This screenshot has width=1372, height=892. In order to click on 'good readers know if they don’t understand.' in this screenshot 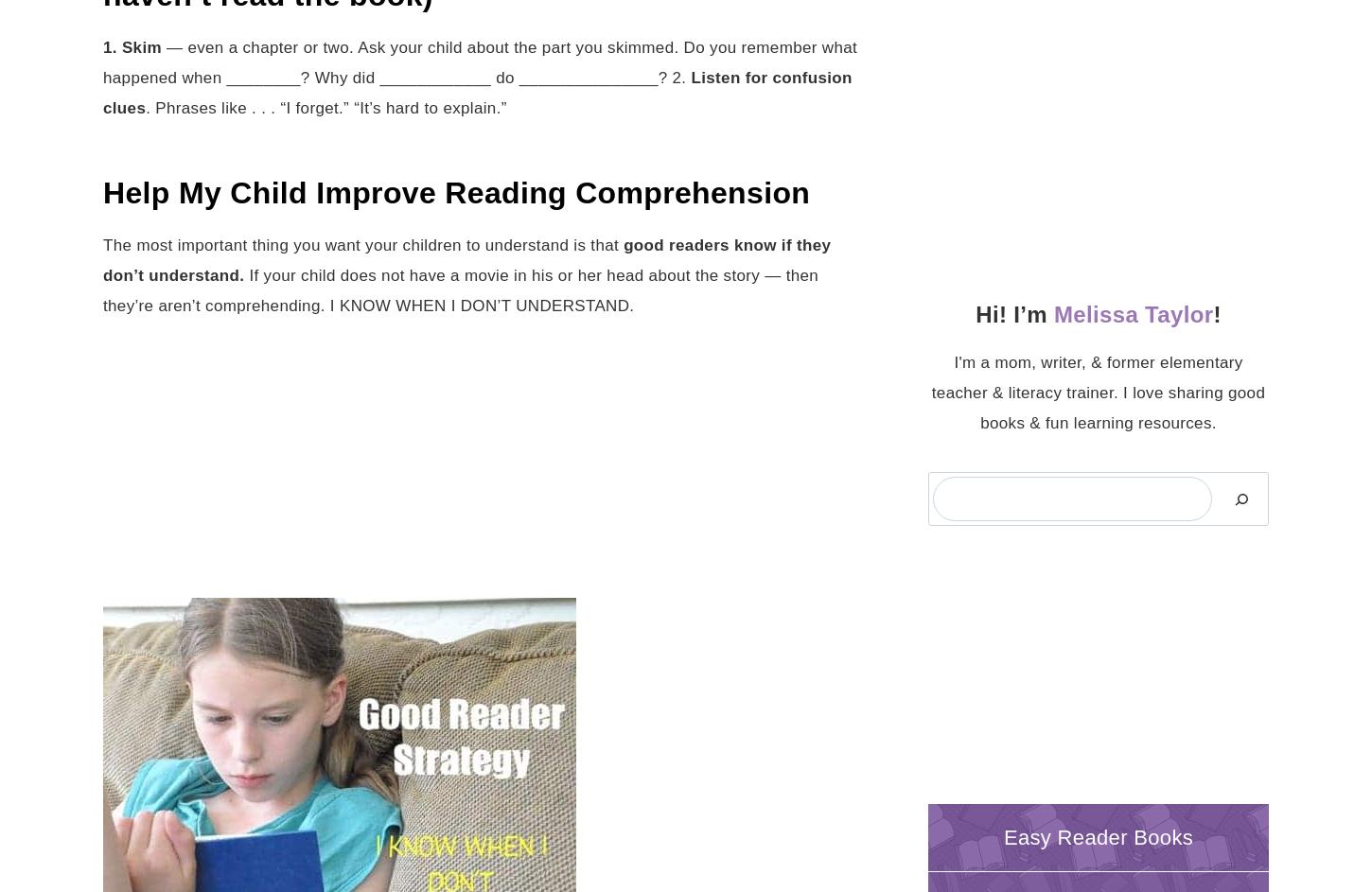, I will do `click(103, 258)`.